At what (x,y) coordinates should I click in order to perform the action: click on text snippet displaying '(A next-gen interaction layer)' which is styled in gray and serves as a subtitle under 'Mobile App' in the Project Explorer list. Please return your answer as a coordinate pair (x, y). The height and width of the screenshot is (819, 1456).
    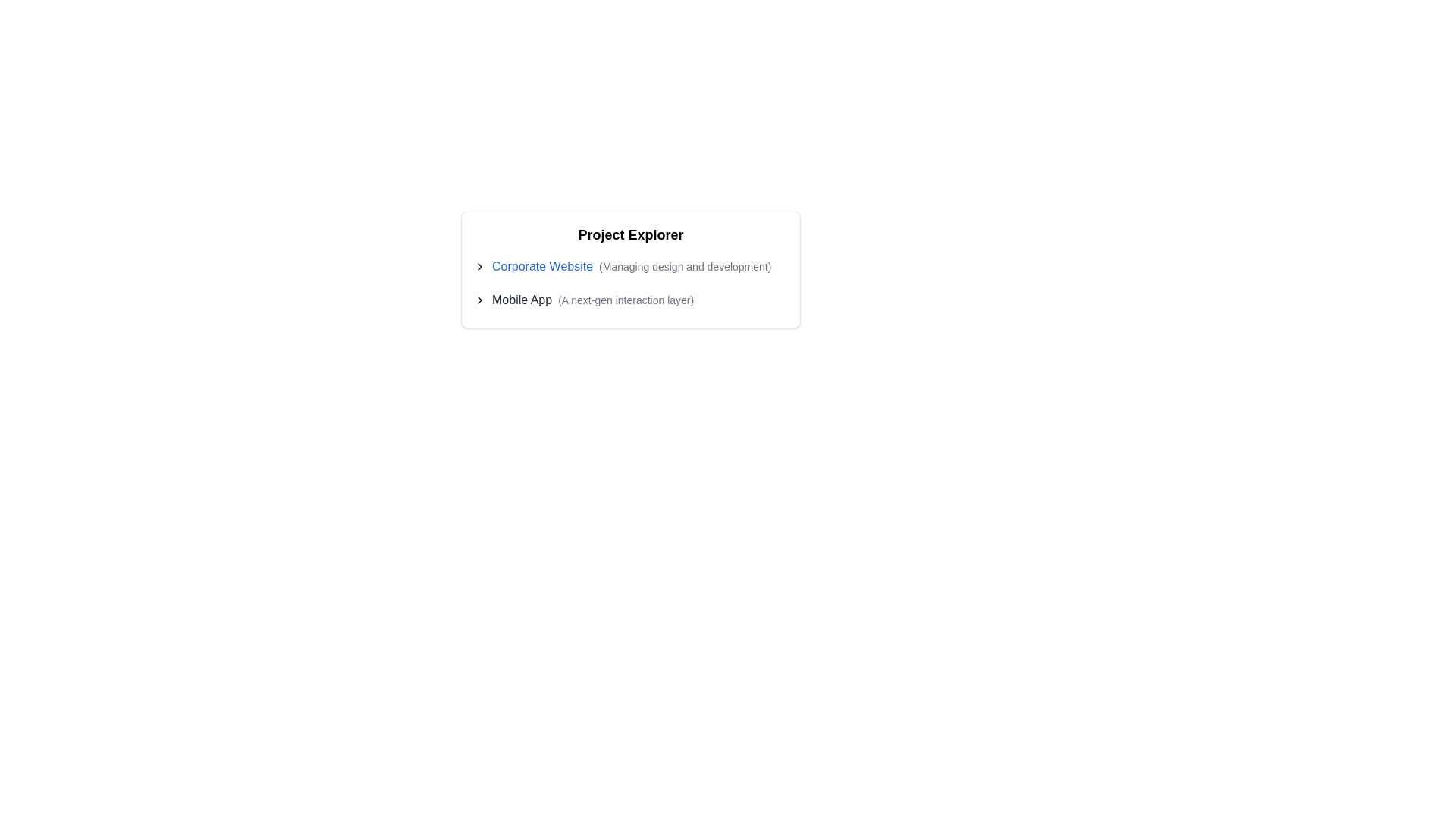
    Looking at the image, I should click on (626, 300).